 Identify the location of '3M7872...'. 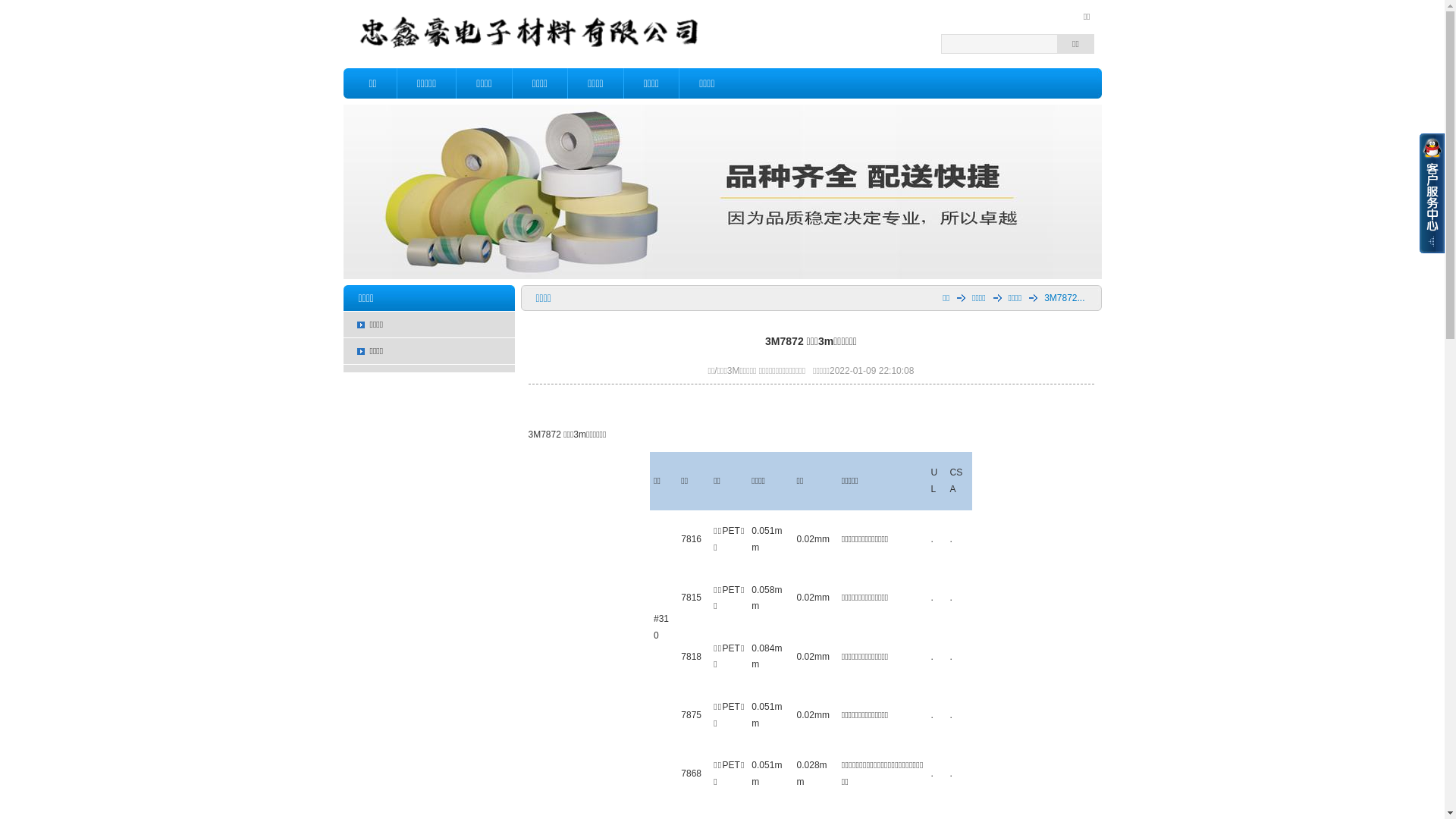
(1029, 298).